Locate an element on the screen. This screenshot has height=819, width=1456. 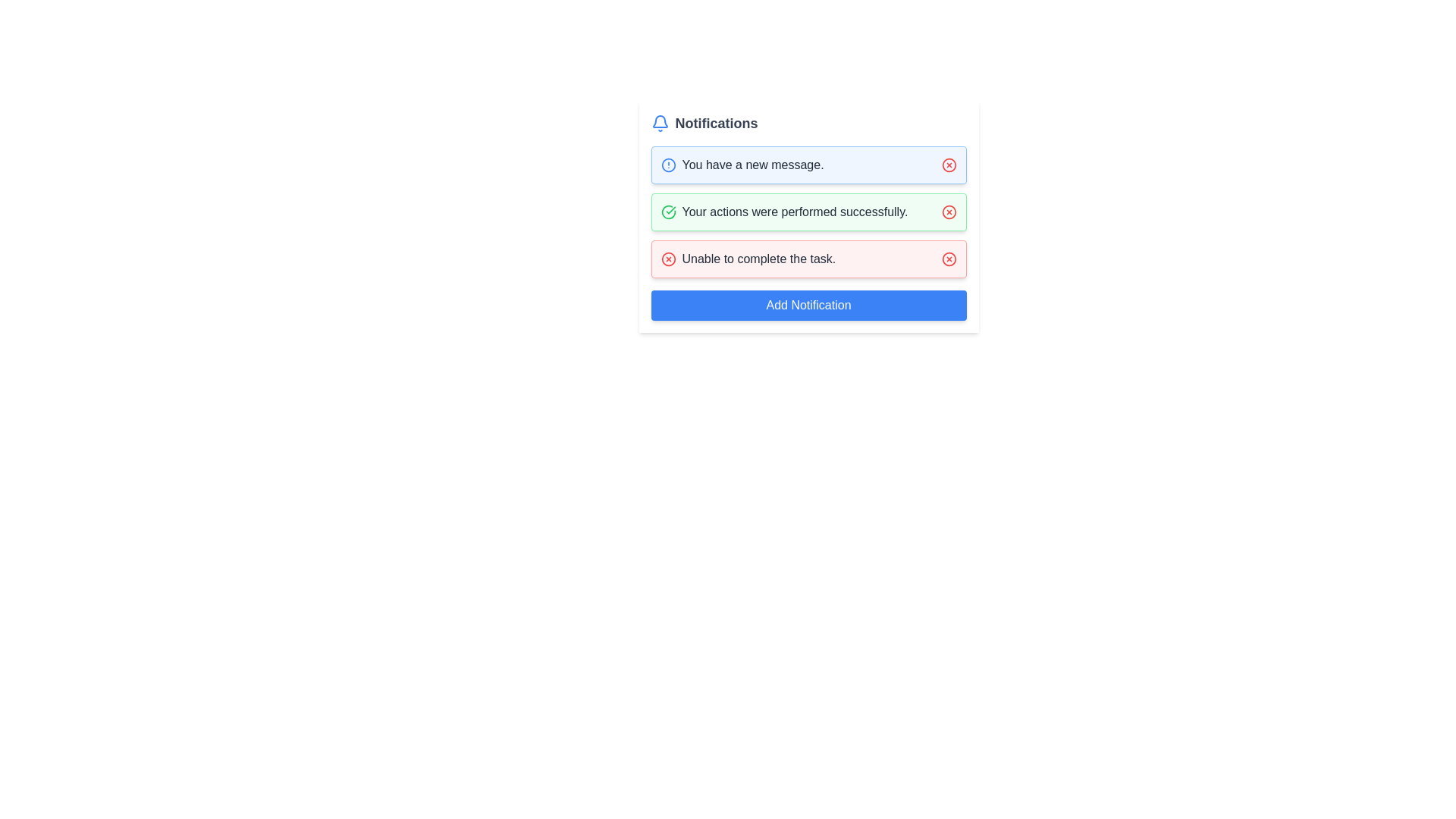
text label that serves as the title for the notifications module, positioned at the top of the card layout, next to a blue bell icon is located at coordinates (716, 122).